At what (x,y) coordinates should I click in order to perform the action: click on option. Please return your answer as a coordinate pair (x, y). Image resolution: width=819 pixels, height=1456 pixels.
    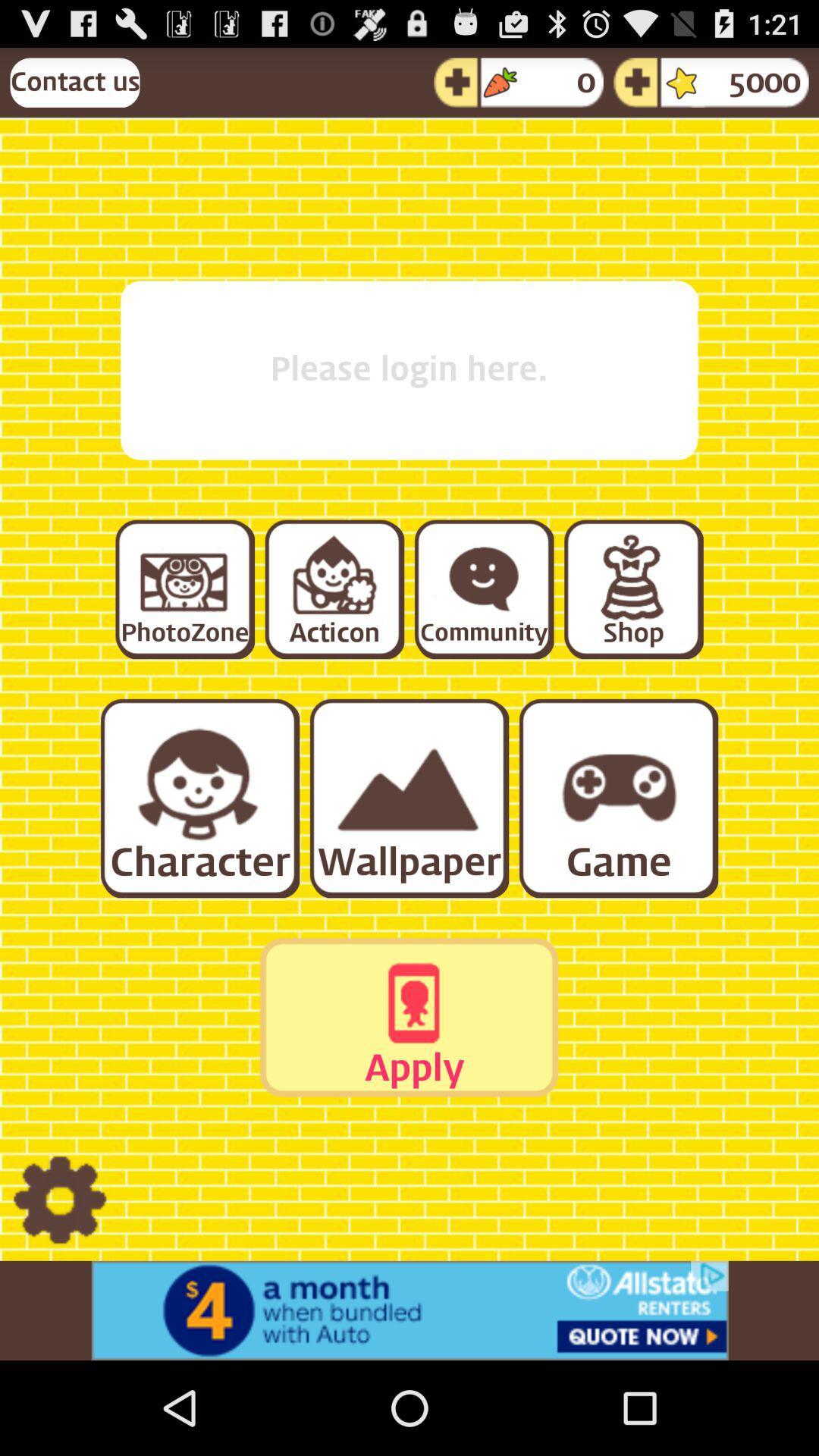
    Looking at the image, I should click on (184, 588).